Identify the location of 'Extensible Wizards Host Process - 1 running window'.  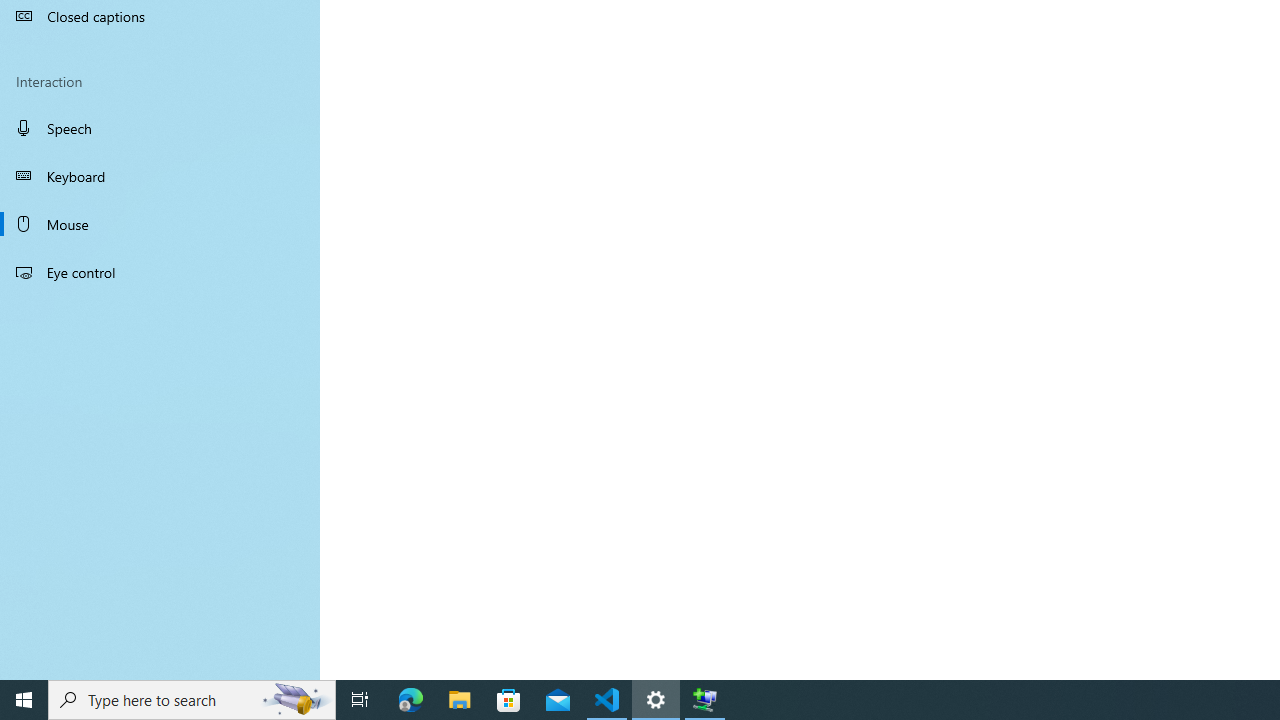
(705, 698).